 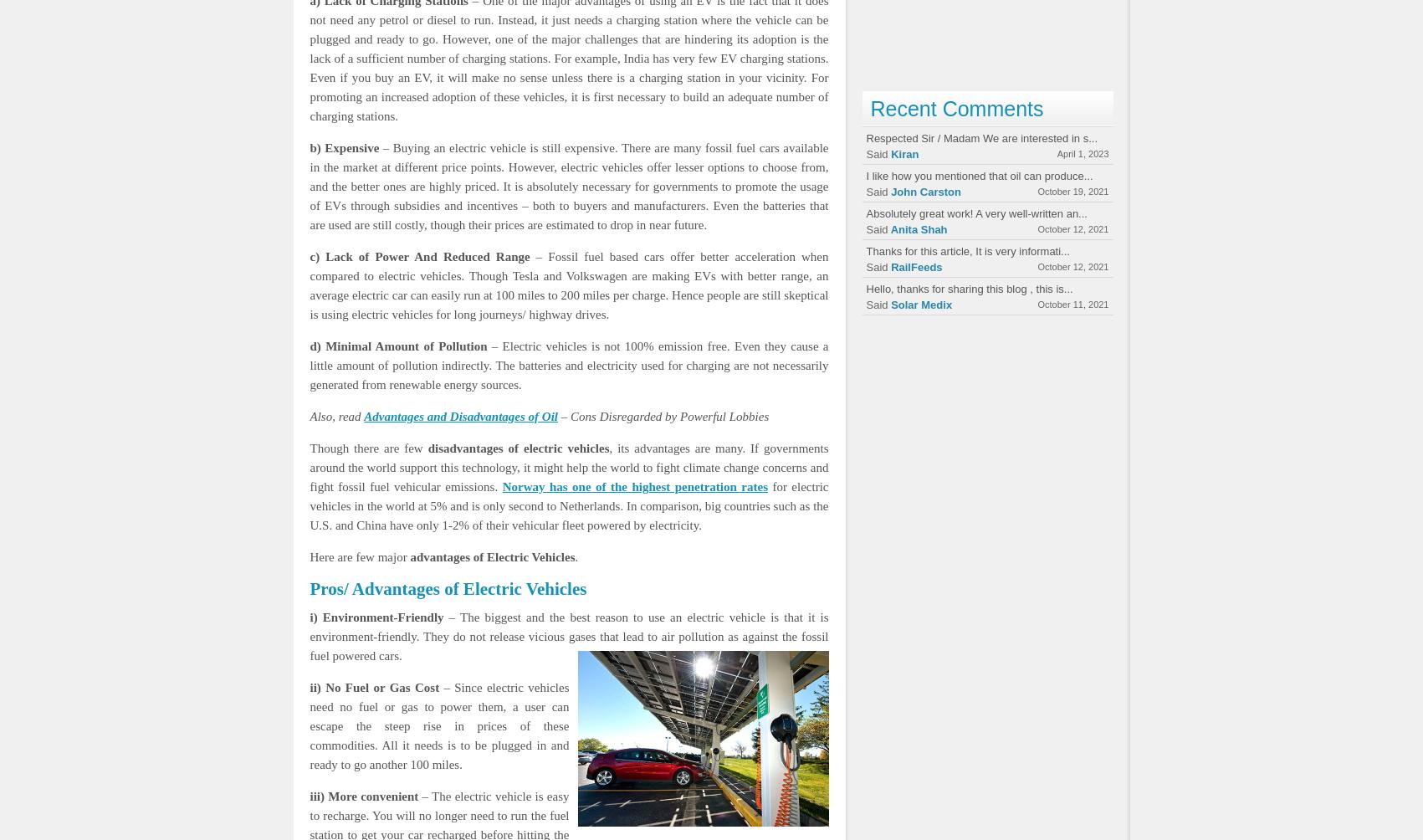 I want to click on 'for electric vehicles in the world at 5% and is only second to Netherlands. In comparison, big countries such as the U.S. and China have only 1-2% of their vehicular fleet powered by electricity.', so click(x=568, y=506).